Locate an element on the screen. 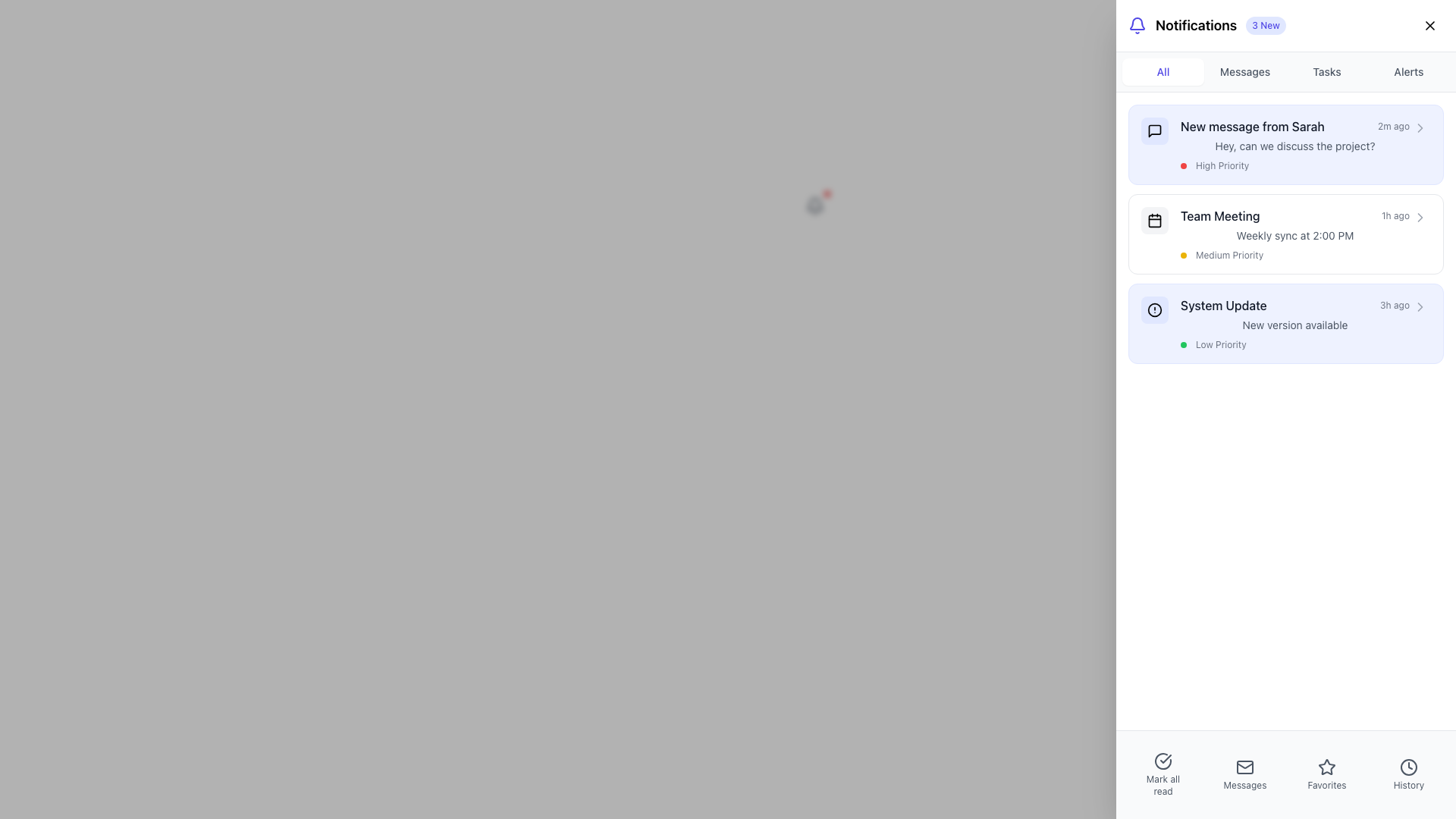 This screenshot has height=819, width=1456. text label displaying the relative time located at the far right end of the 'Team Meeting' notification card is located at coordinates (1395, 216).